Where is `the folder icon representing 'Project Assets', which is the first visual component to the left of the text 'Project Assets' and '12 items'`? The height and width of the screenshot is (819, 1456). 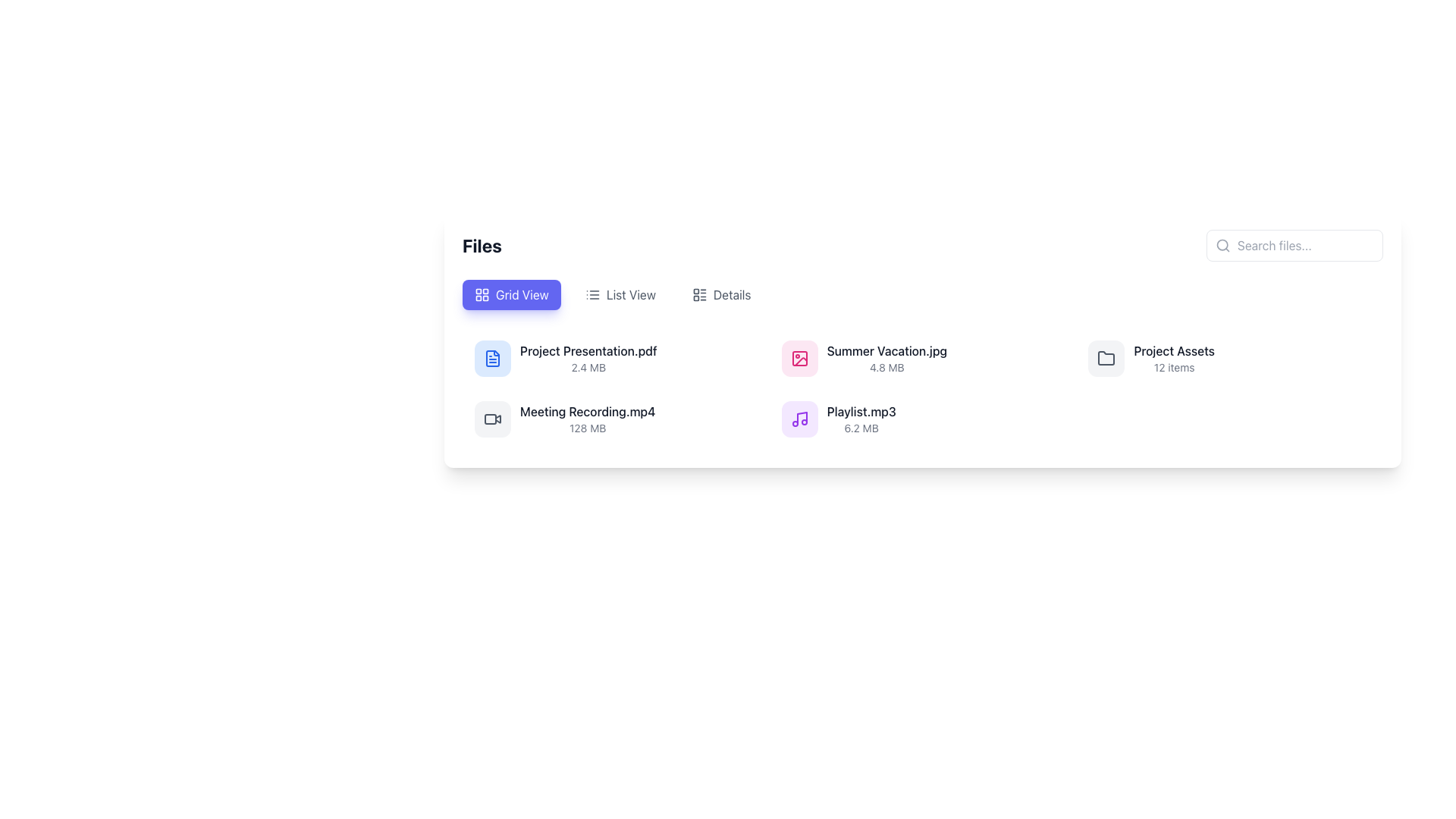
the folder icon representing 'Project Assets', which is the first visual component to the left of the text 'Project Assets' and '12 items' is located at coordinates (1106, 359).